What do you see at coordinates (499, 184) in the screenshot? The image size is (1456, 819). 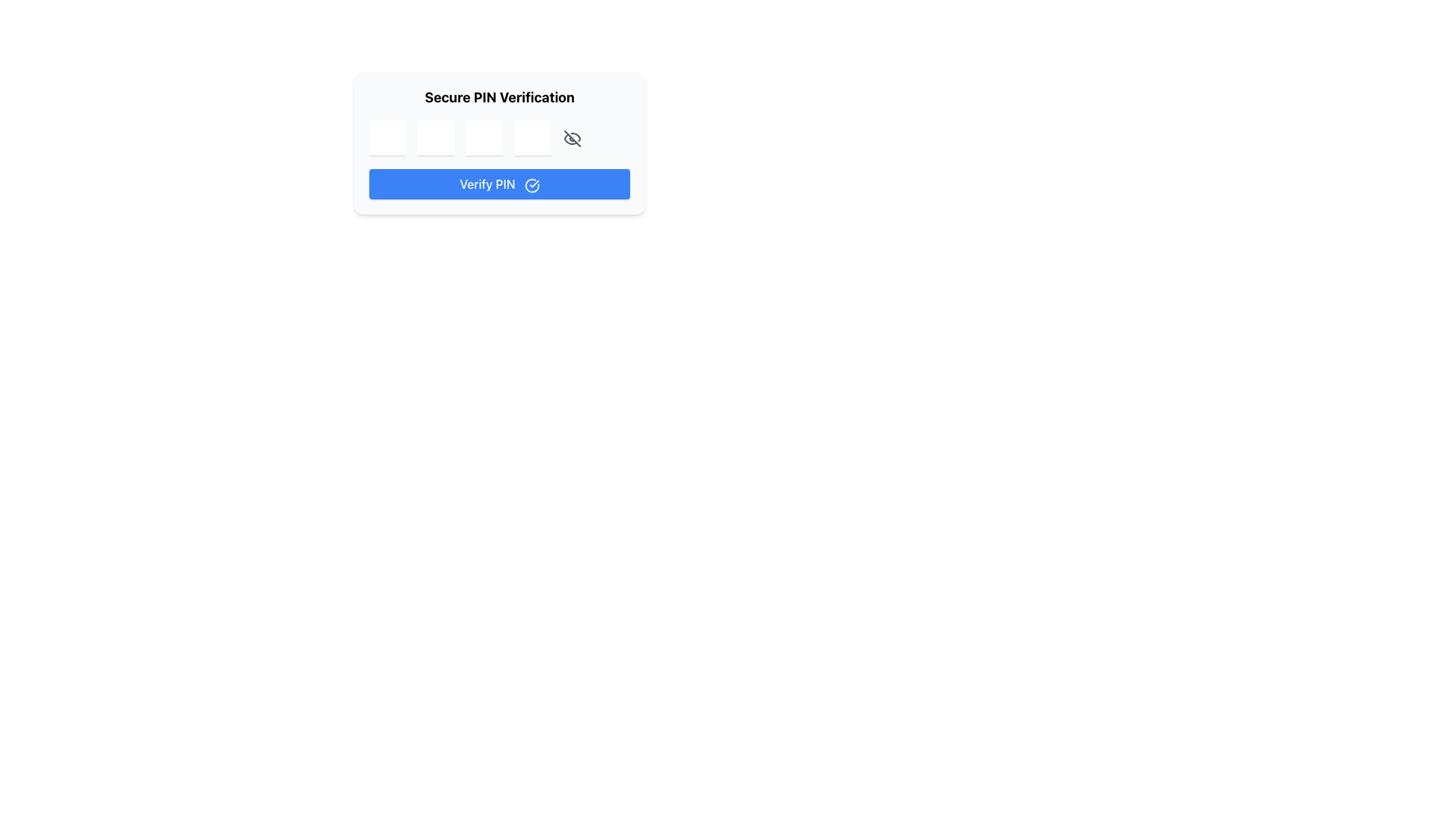 I see `the 'Verify PIN' button, which has a blue background and white text with a checkmark icon` at bounding box center [499, 184].